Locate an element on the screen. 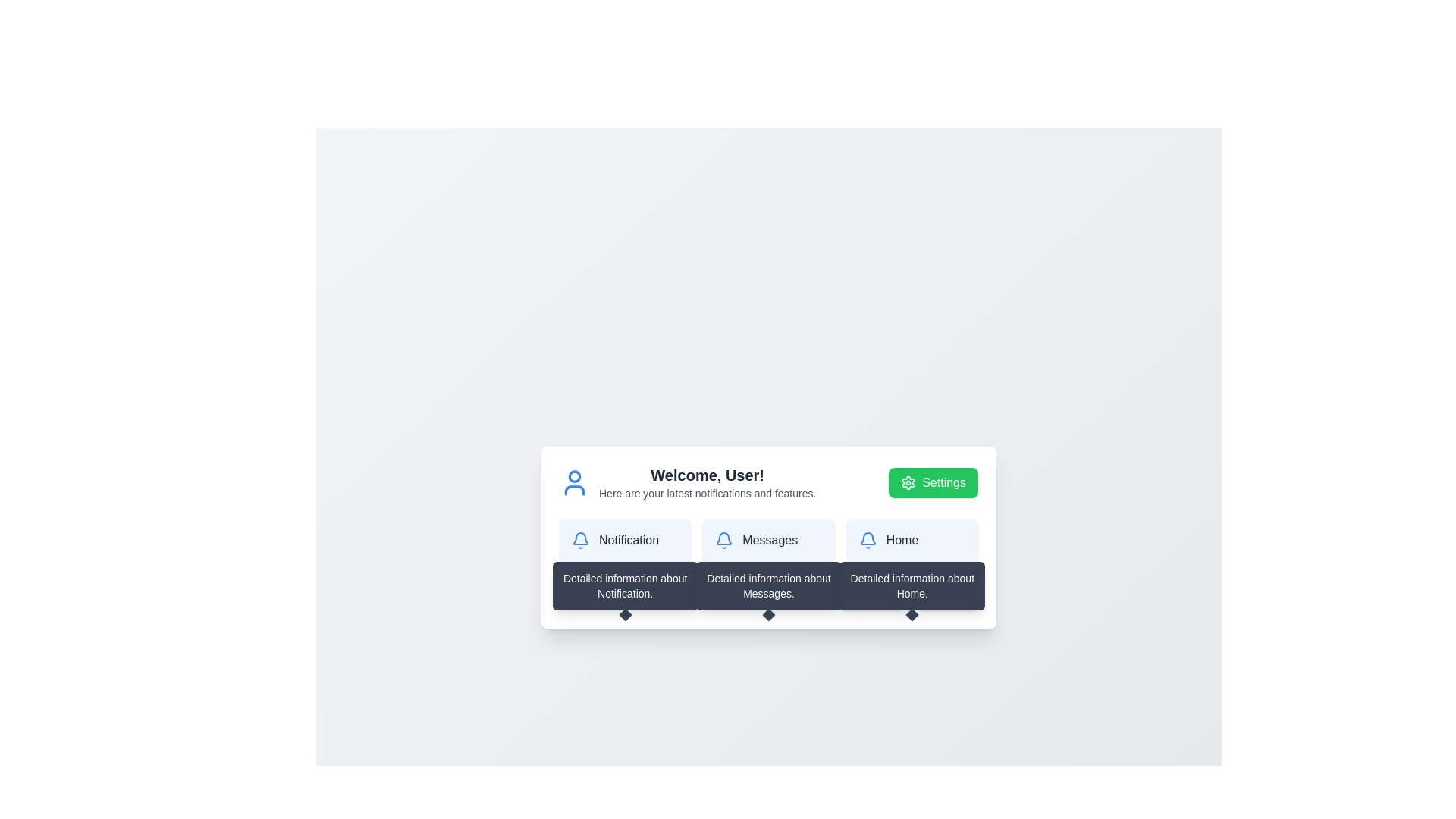 This screenshot has width=1456, height=819. the cog-shaped SVG icon on the green 'Settings' button located in the top-right corner of the card layout is located at coordinates (908, 482).